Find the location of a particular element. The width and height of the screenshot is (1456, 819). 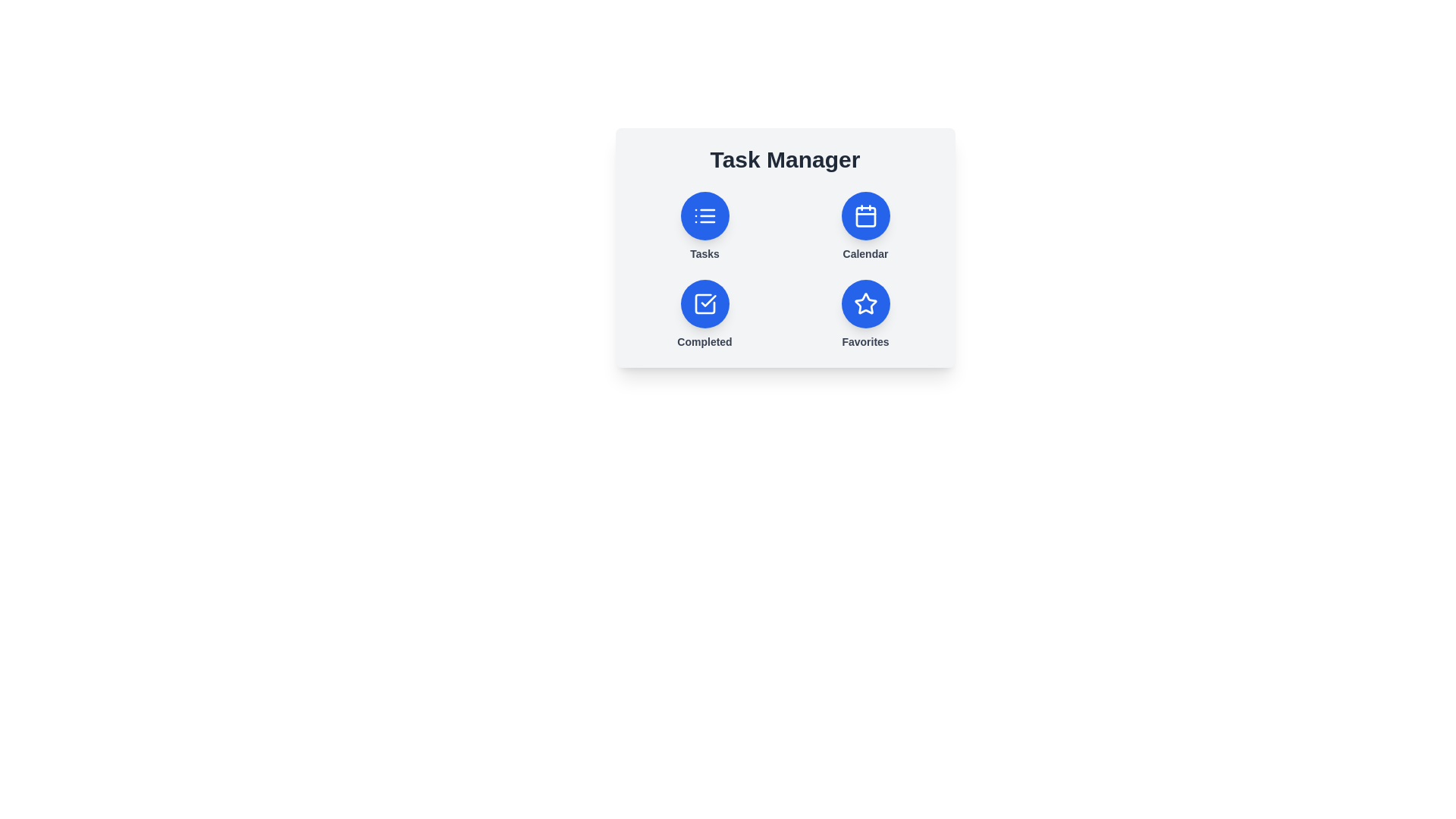

the 'Favorites' Icon Button located in the bottom-right corner of the 2x2 grid to possibly see additional information is located at coordinates (865, 304).